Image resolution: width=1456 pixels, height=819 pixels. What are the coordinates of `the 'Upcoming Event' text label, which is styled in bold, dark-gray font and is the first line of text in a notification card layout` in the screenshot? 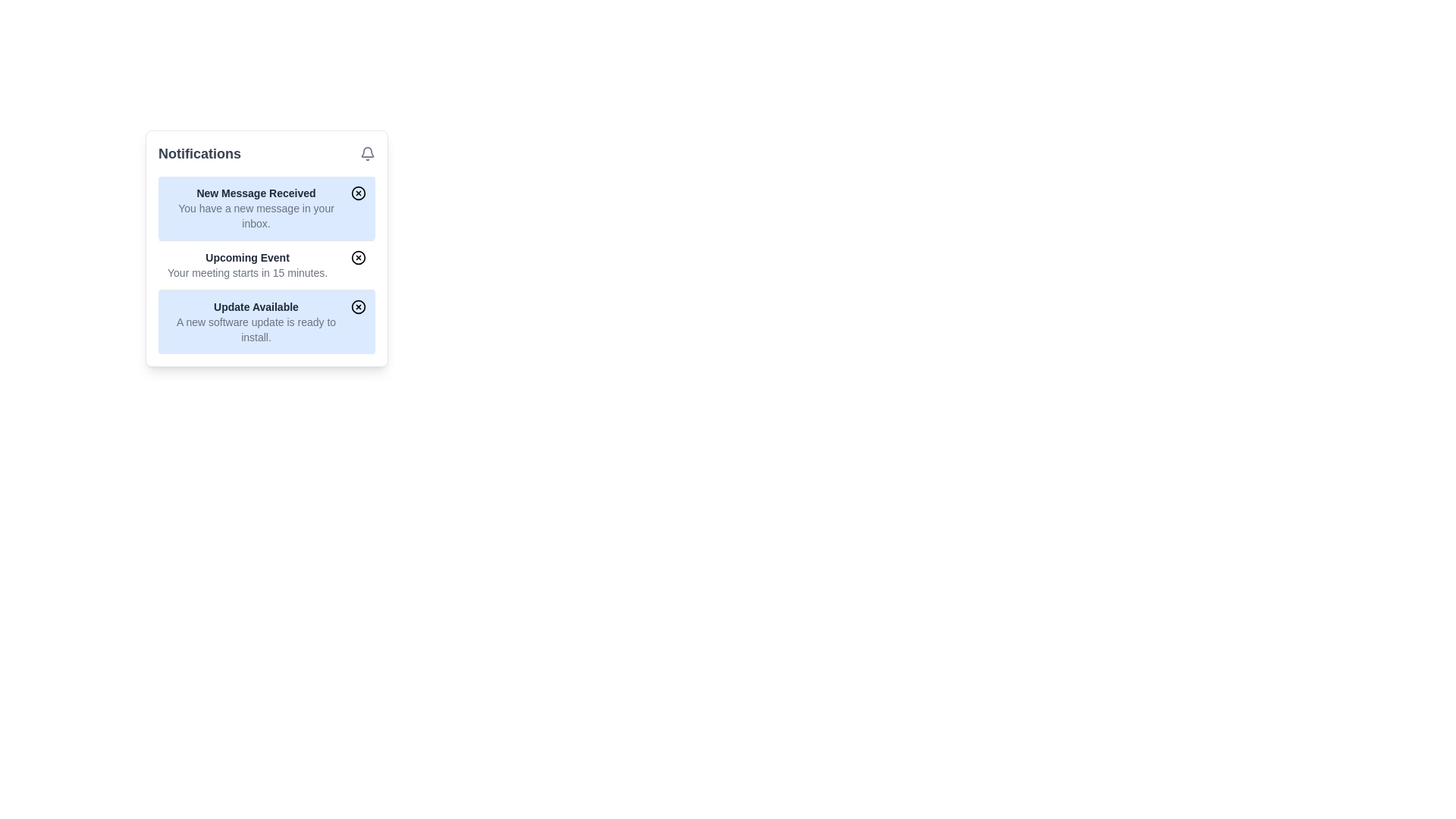 It's located at (247, 256).